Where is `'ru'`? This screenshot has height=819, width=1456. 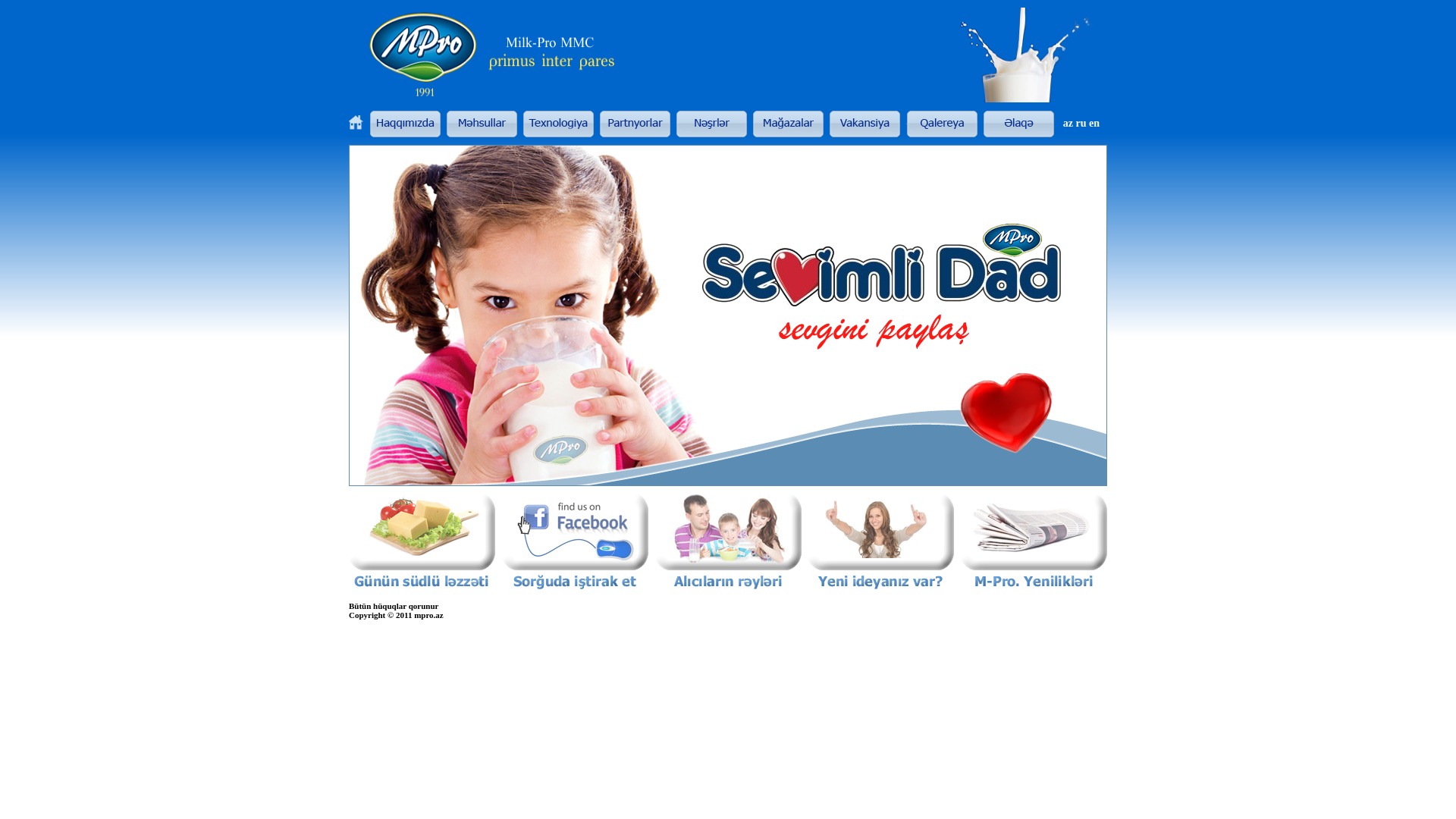
'ru' is located at coordinates (1074, 122).